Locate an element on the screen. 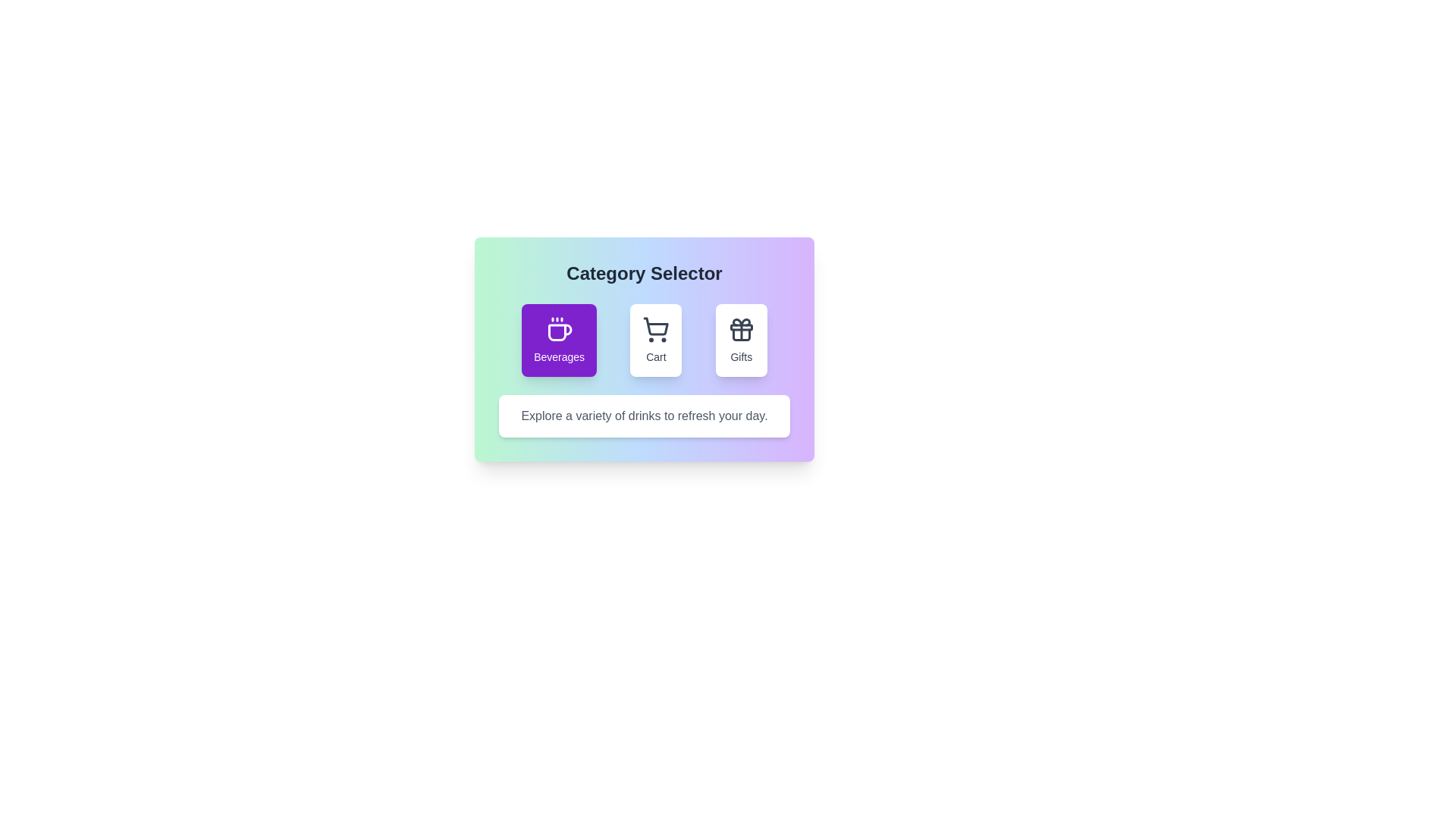 This screenshot has width=1456, height=819. the Beverages button to observe hover effects is located at coordinates (558, 339).